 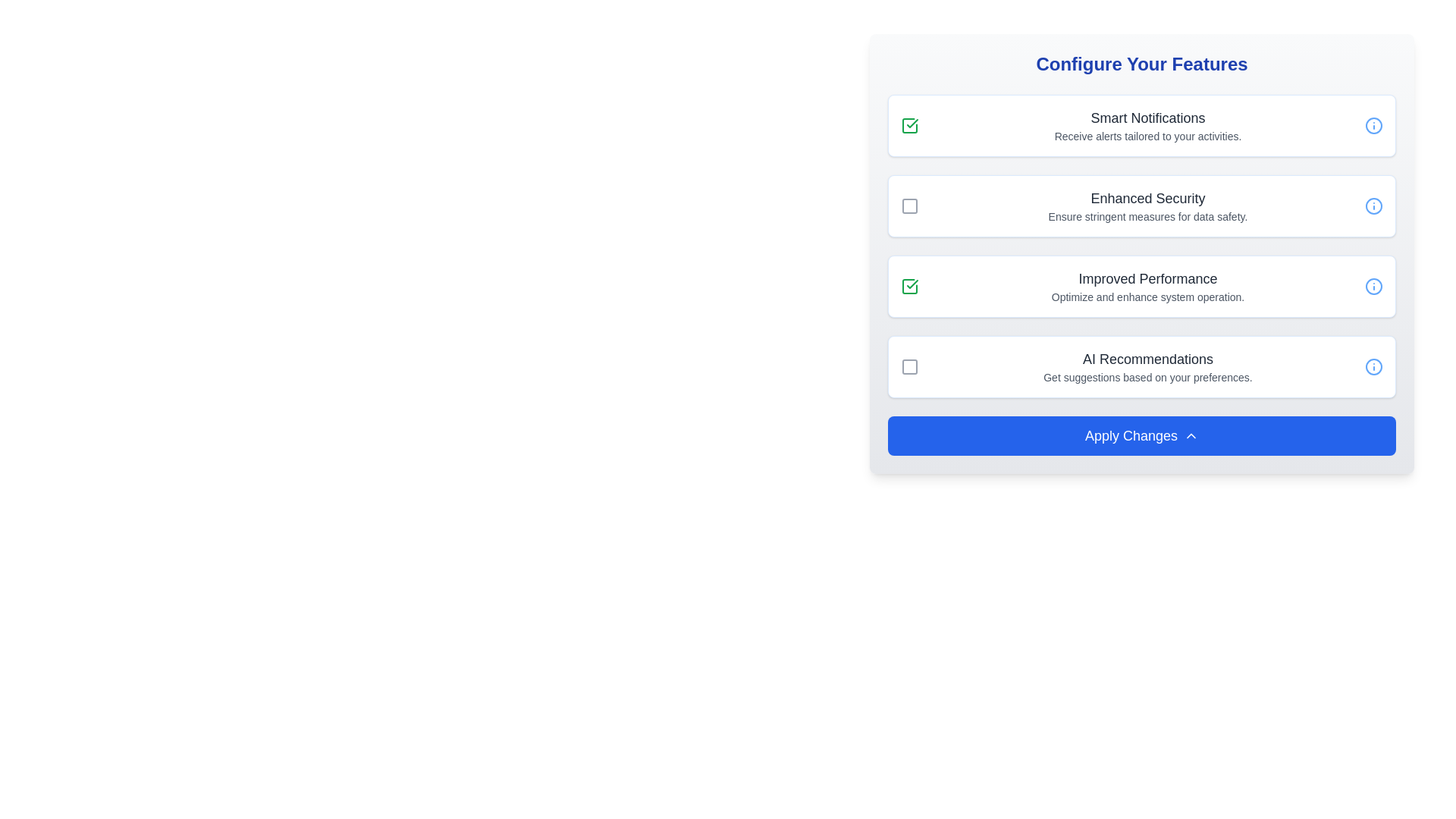 What do you see at coordinates (1373, 366) in the screenshot?
I see `the SVG circle shape that serves as the outer boundary of the informational icon located to the right of the 'AI Recommendations' text in the last row of options` at bounding box center [1373, 366].